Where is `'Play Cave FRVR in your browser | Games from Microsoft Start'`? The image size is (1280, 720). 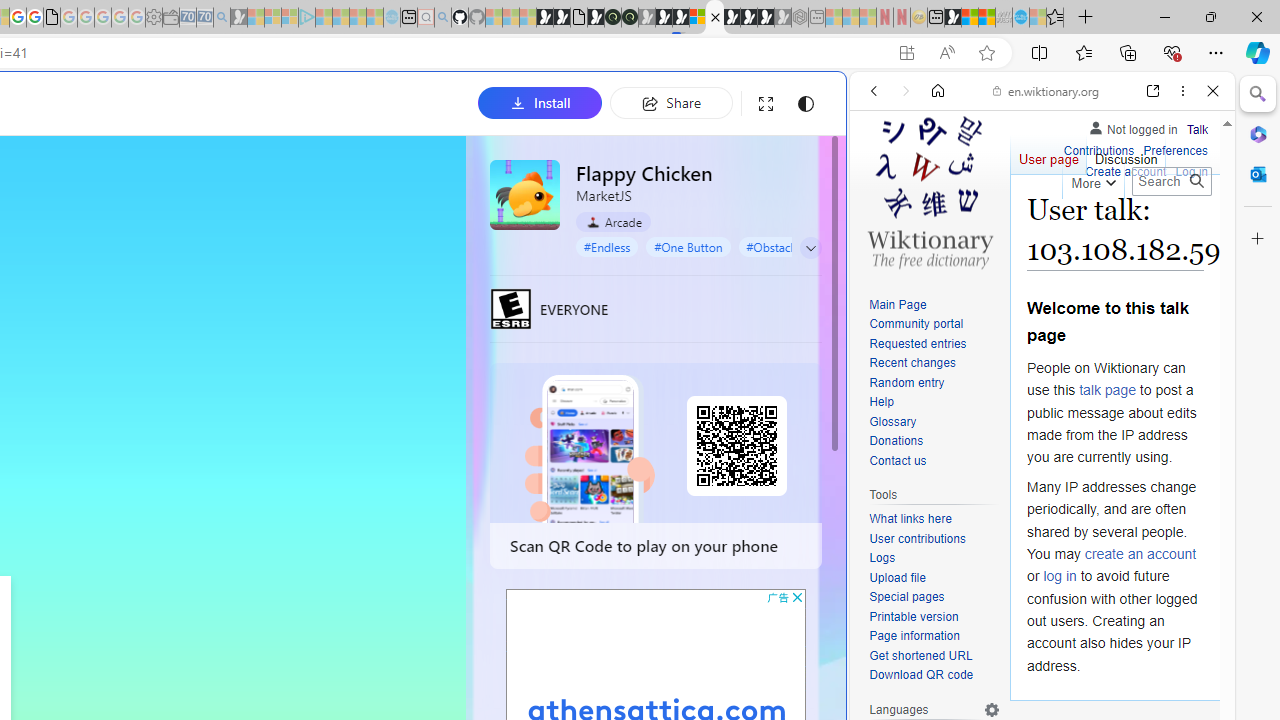 'Play Cave FRVR in your browser | Games from Microsoft Start' is located at coordinates (663, 17).